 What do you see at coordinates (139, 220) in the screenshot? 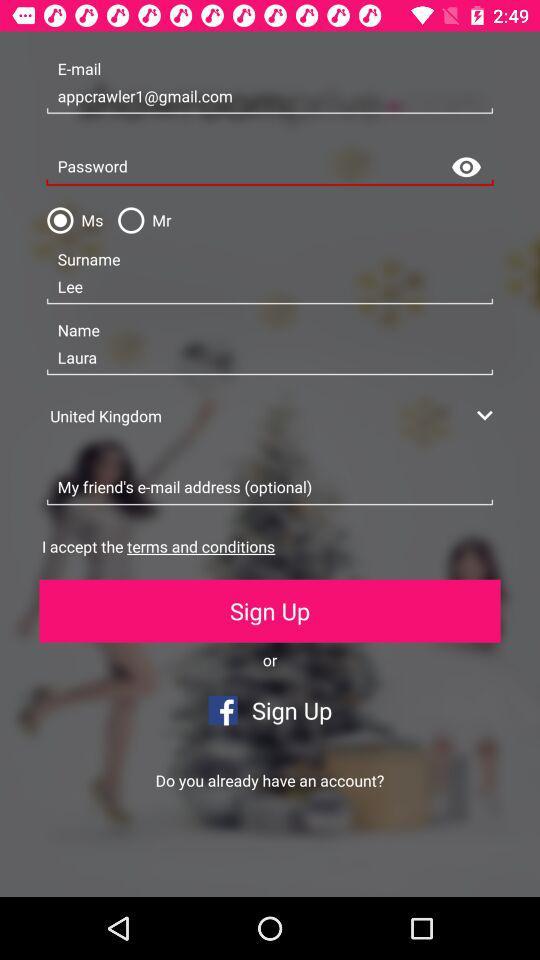
I see `the item to the right of ms icon` at bounding box center [139, 220].